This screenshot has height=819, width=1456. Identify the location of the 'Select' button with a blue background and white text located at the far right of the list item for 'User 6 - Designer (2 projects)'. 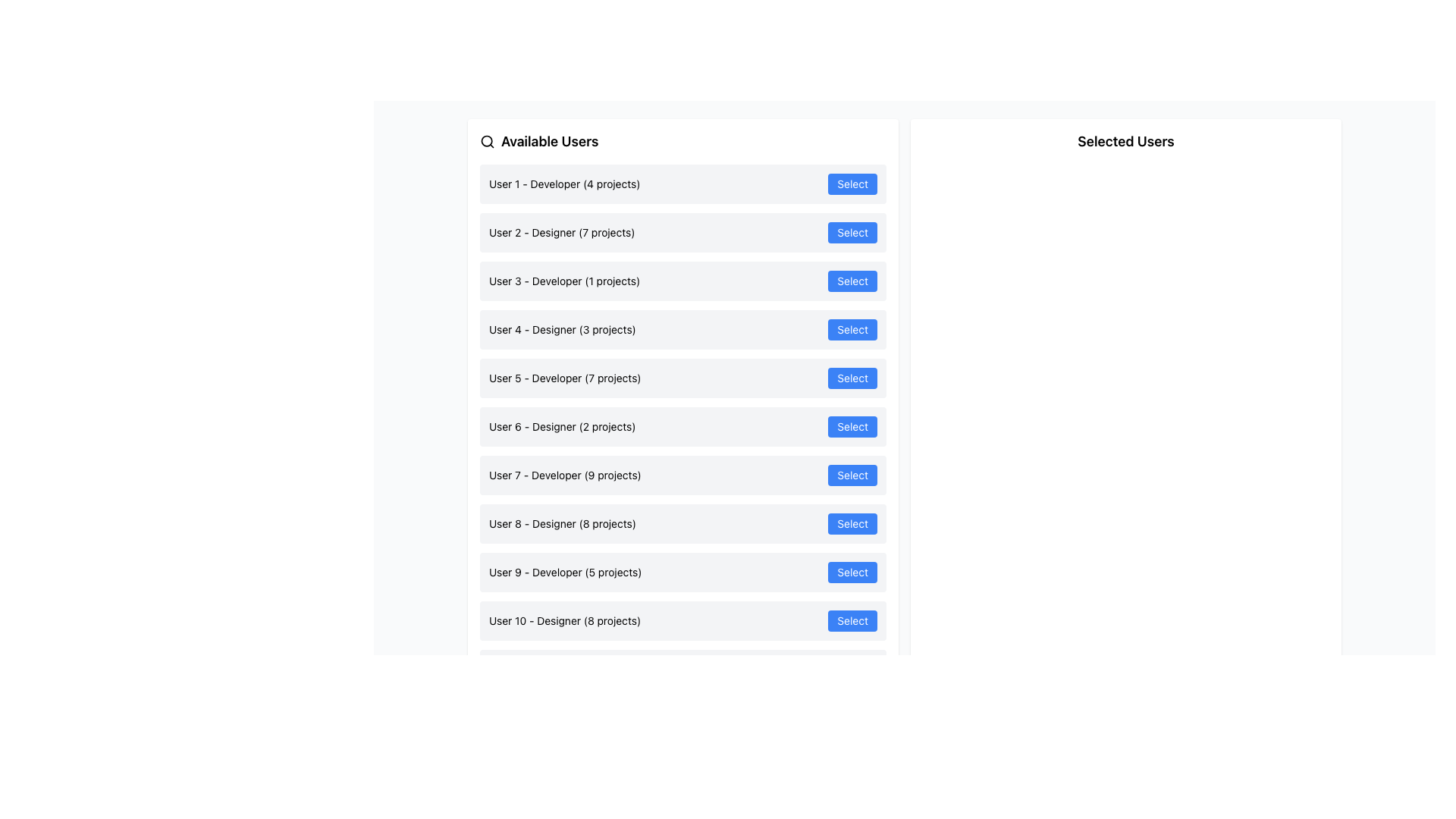
(852, 427).